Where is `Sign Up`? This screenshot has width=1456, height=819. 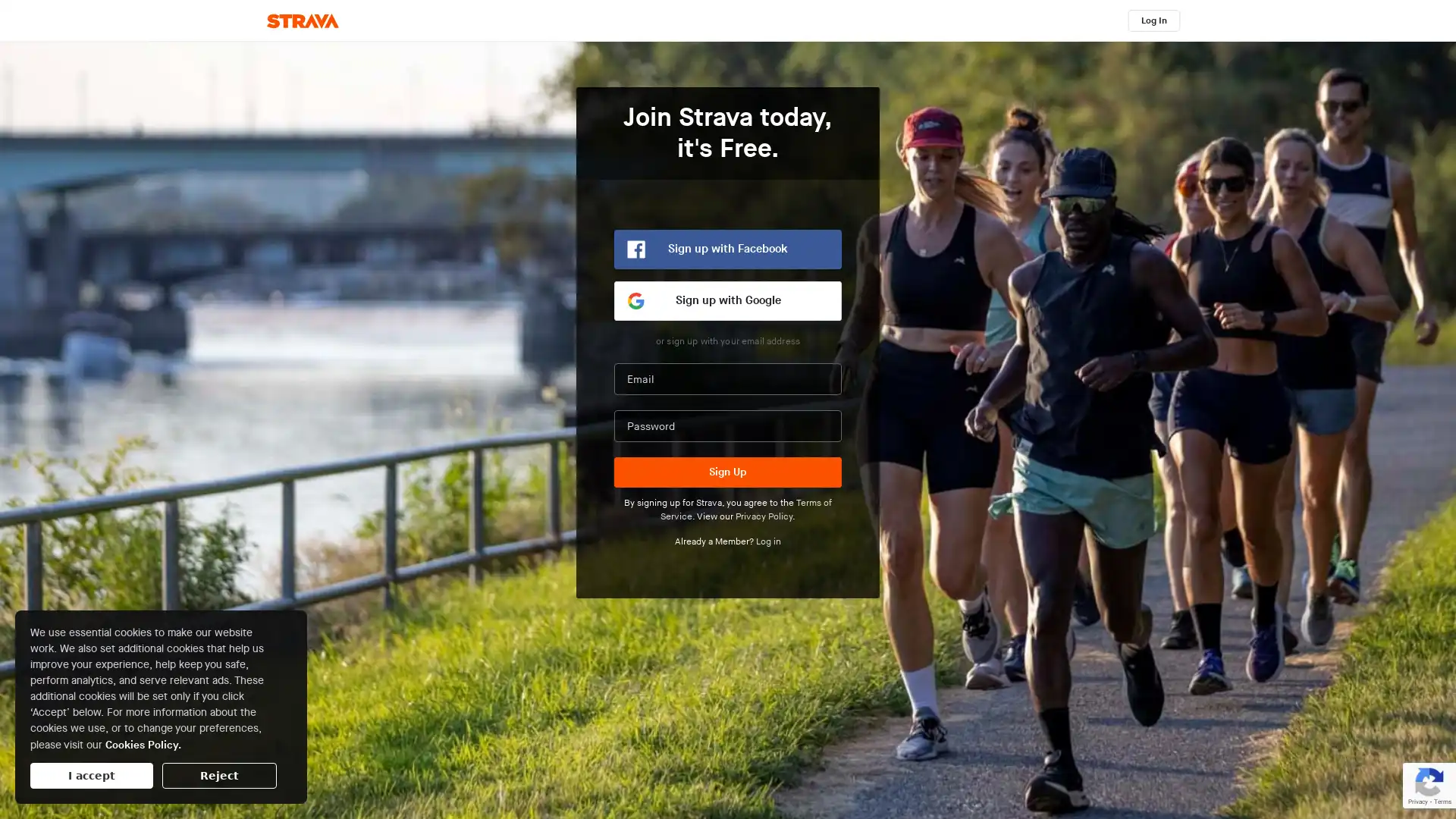 Sign Up is located at coordinates (728, 472).